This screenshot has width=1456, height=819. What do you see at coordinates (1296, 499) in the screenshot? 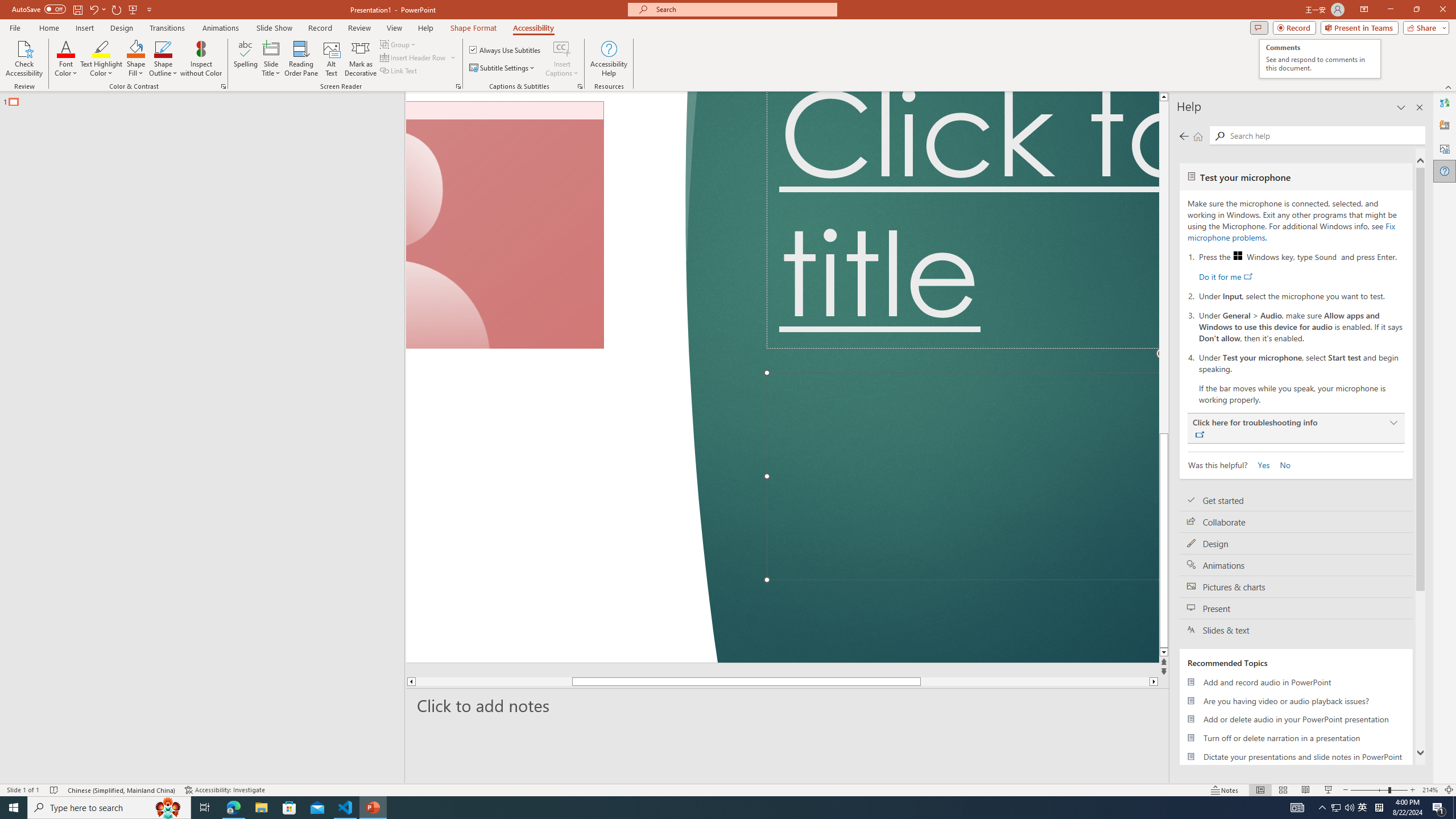
I see `'Get started'` at bounding box center [1296, 499].